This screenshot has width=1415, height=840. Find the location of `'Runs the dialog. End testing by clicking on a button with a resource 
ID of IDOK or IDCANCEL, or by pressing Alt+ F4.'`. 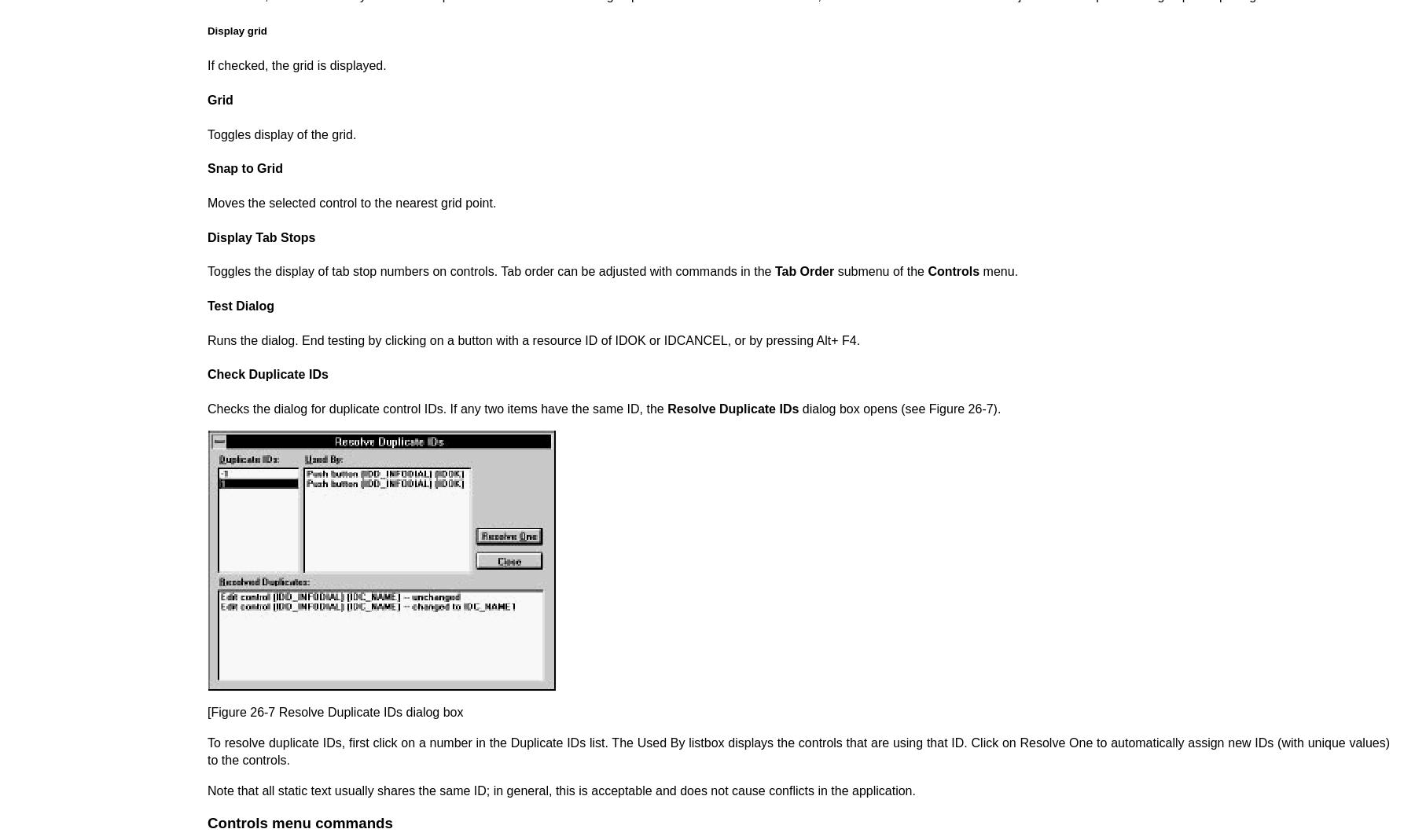

'Runs the dialog. End testing by clicking on a button with a resource 
ID of IDOK or IDCANCEL, or by pressing Alt+ F4.' is located at coordinates (532, 339).